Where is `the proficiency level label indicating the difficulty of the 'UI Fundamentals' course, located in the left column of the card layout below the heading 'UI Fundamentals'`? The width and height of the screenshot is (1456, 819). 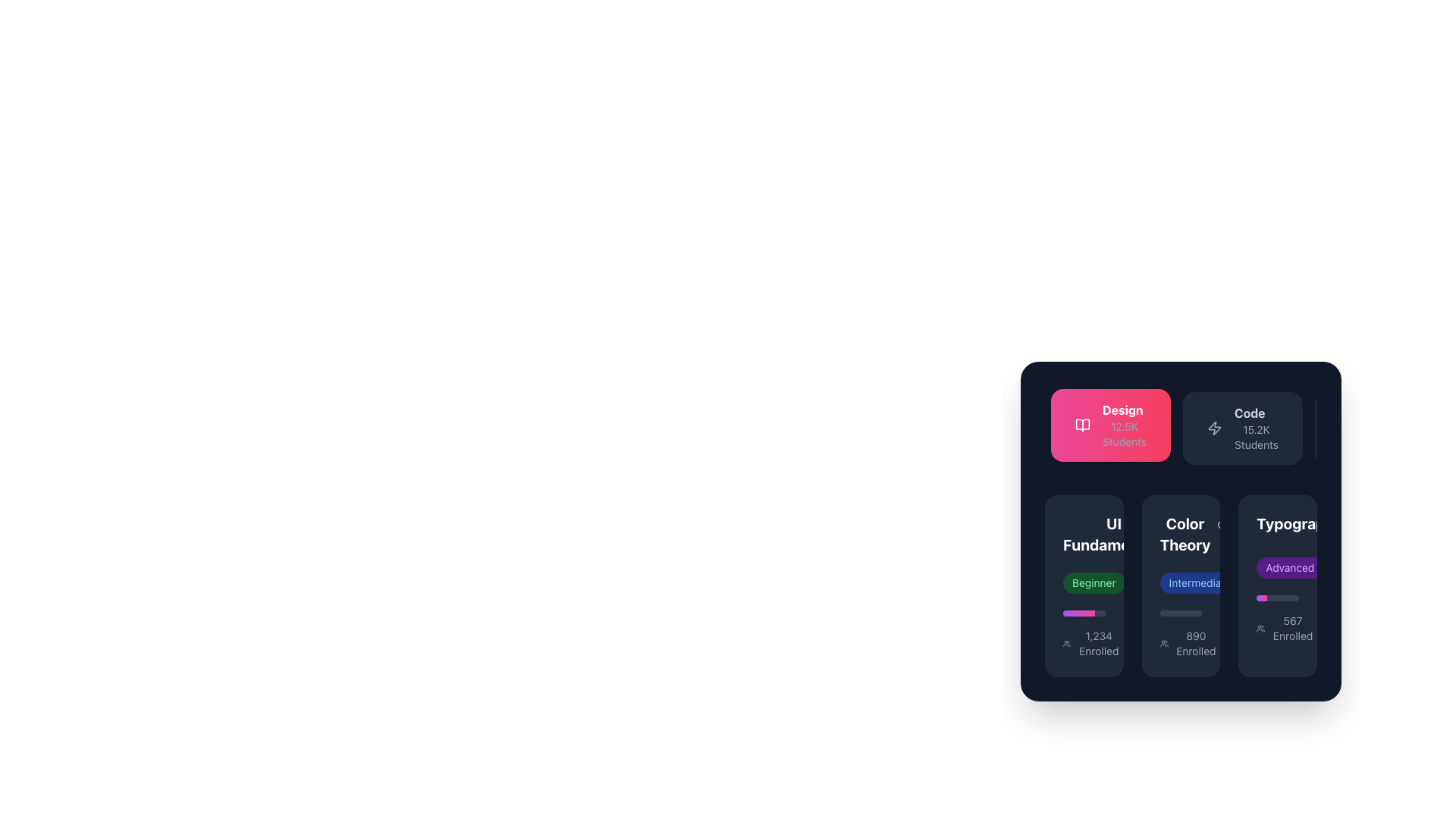
the proficiency level label indicating the difficulty of the 'UI Fundamentals' course, located in the left column of the card layout below the heading 'UI Fundamentals' is located at coordinates (1083, 582).